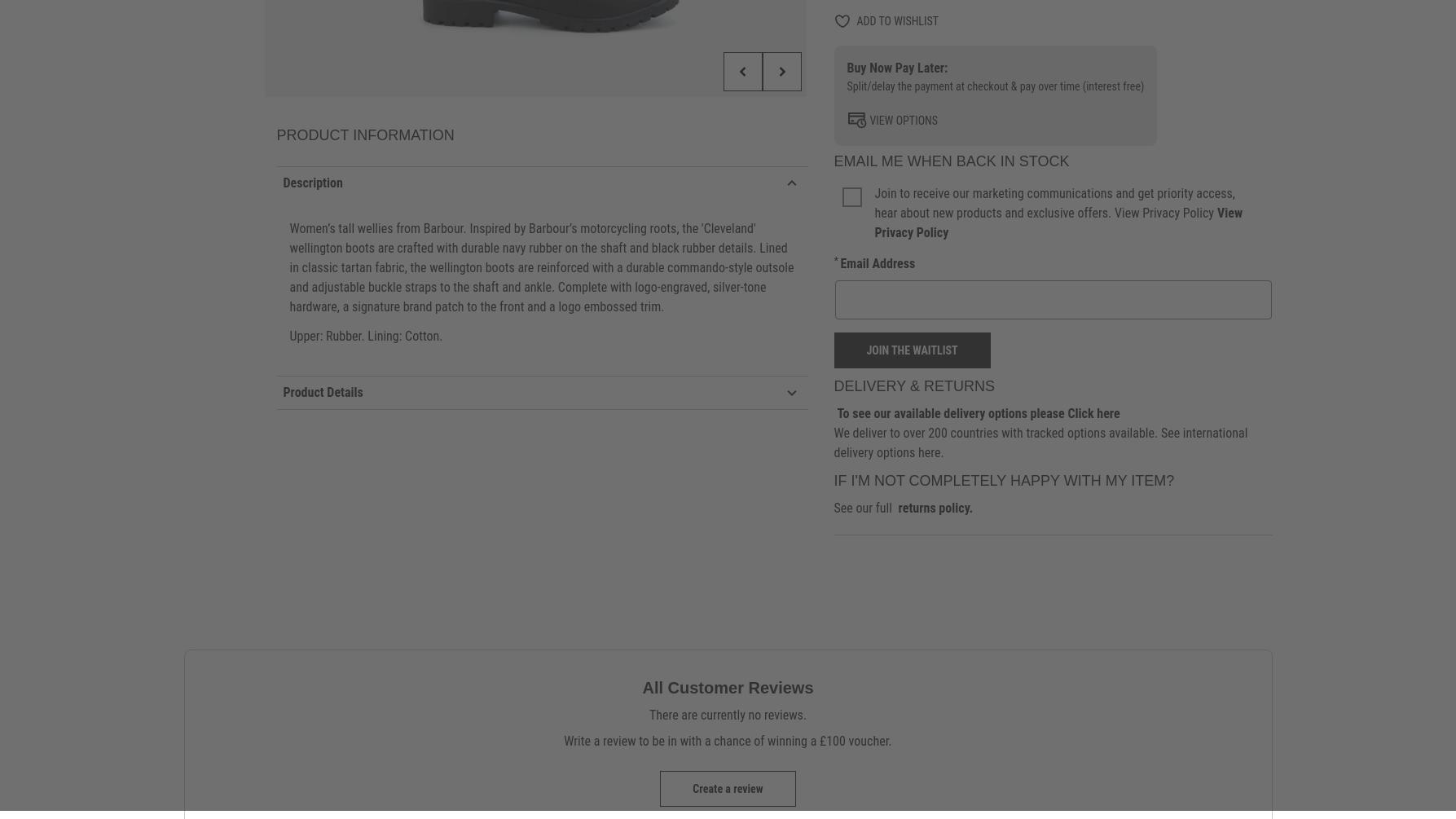 The height and width of the screenshot is (819, 1456). I want to click on 'Upper: Rubber. Lining: Cotton.', so click(366, 335).